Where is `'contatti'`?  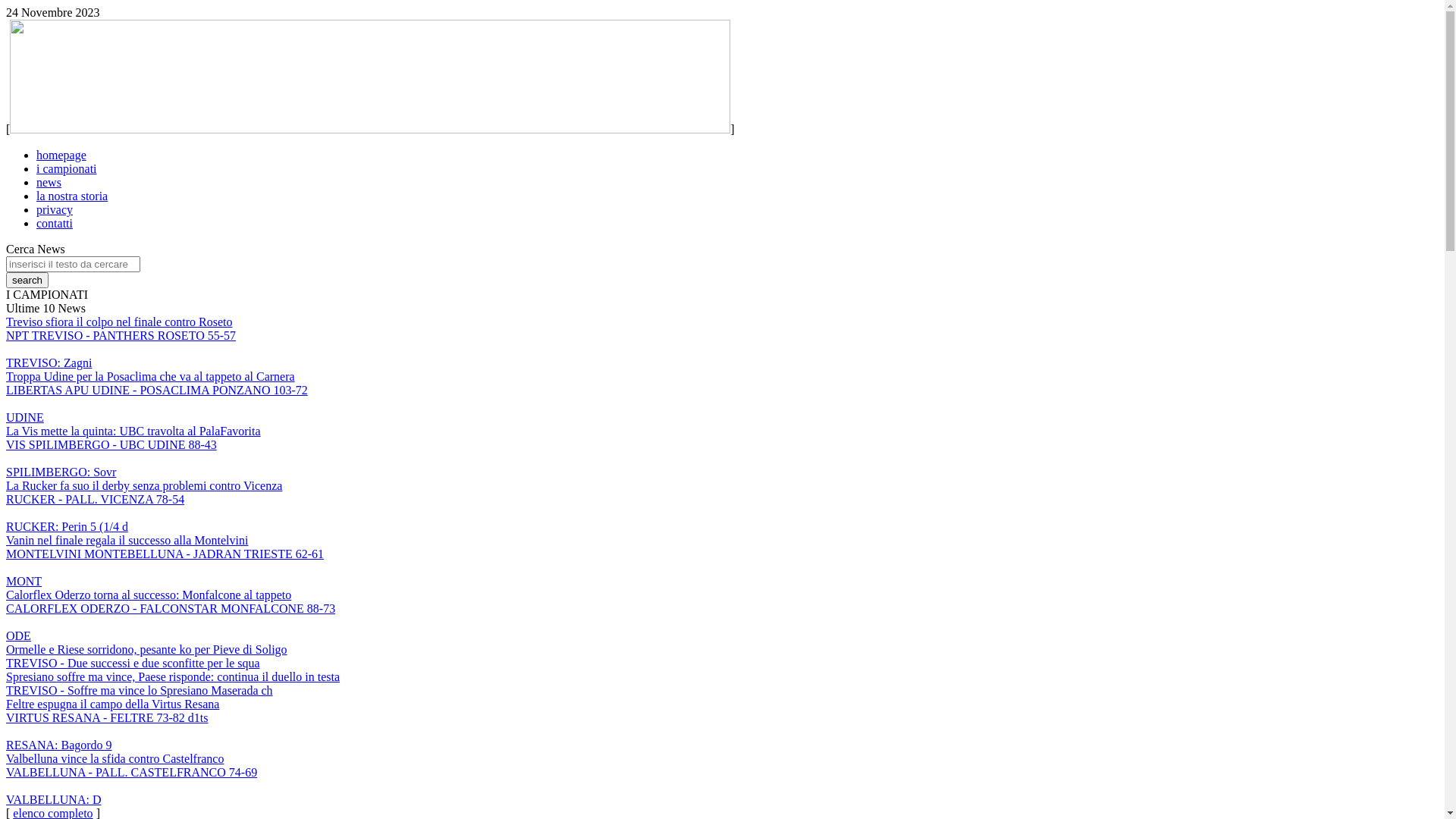
'contatti' is located at coordinates (36, 223).